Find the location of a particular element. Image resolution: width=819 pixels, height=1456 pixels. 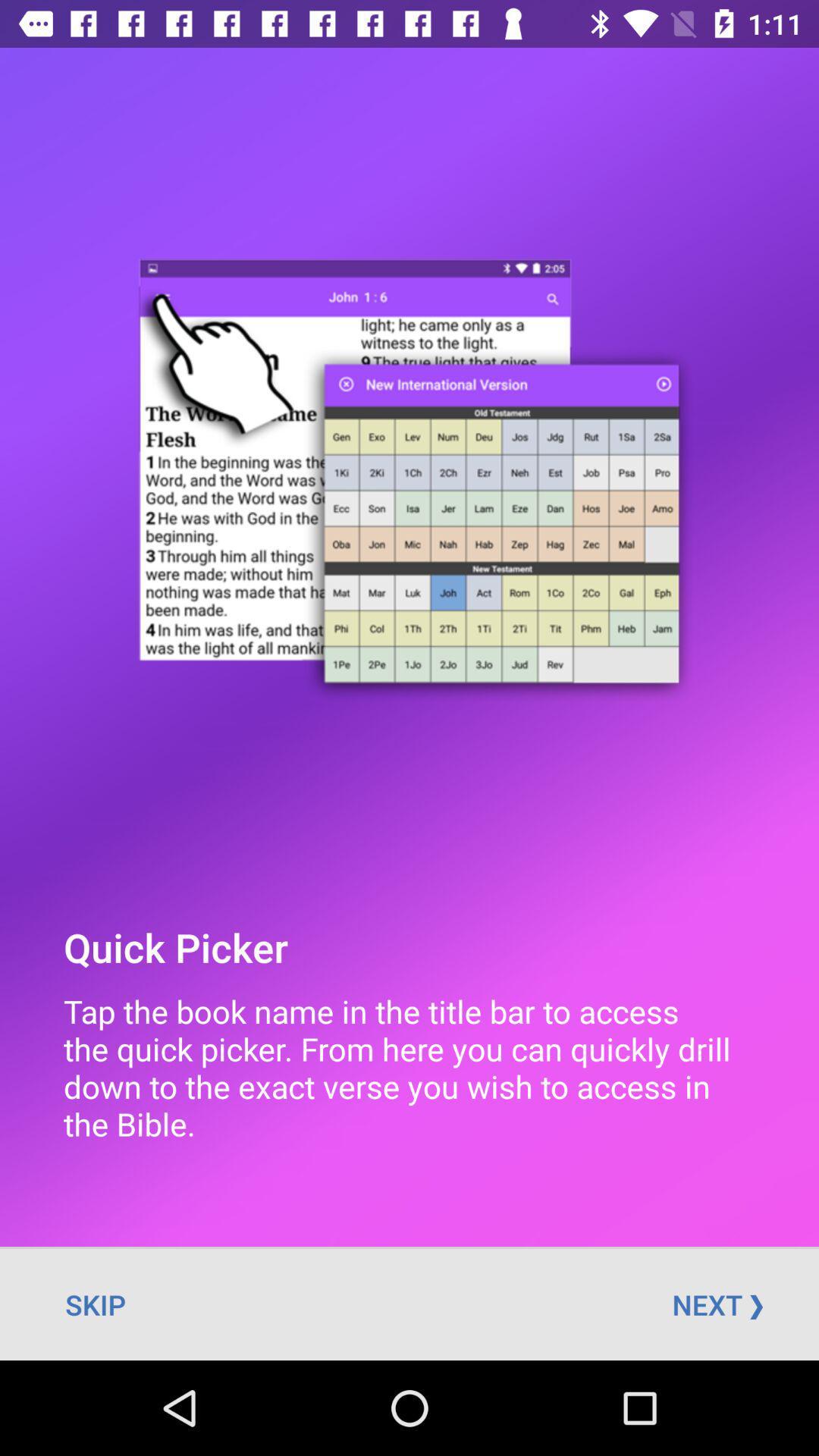

item at the bottom right corner is located at coordinates (717, 1304).